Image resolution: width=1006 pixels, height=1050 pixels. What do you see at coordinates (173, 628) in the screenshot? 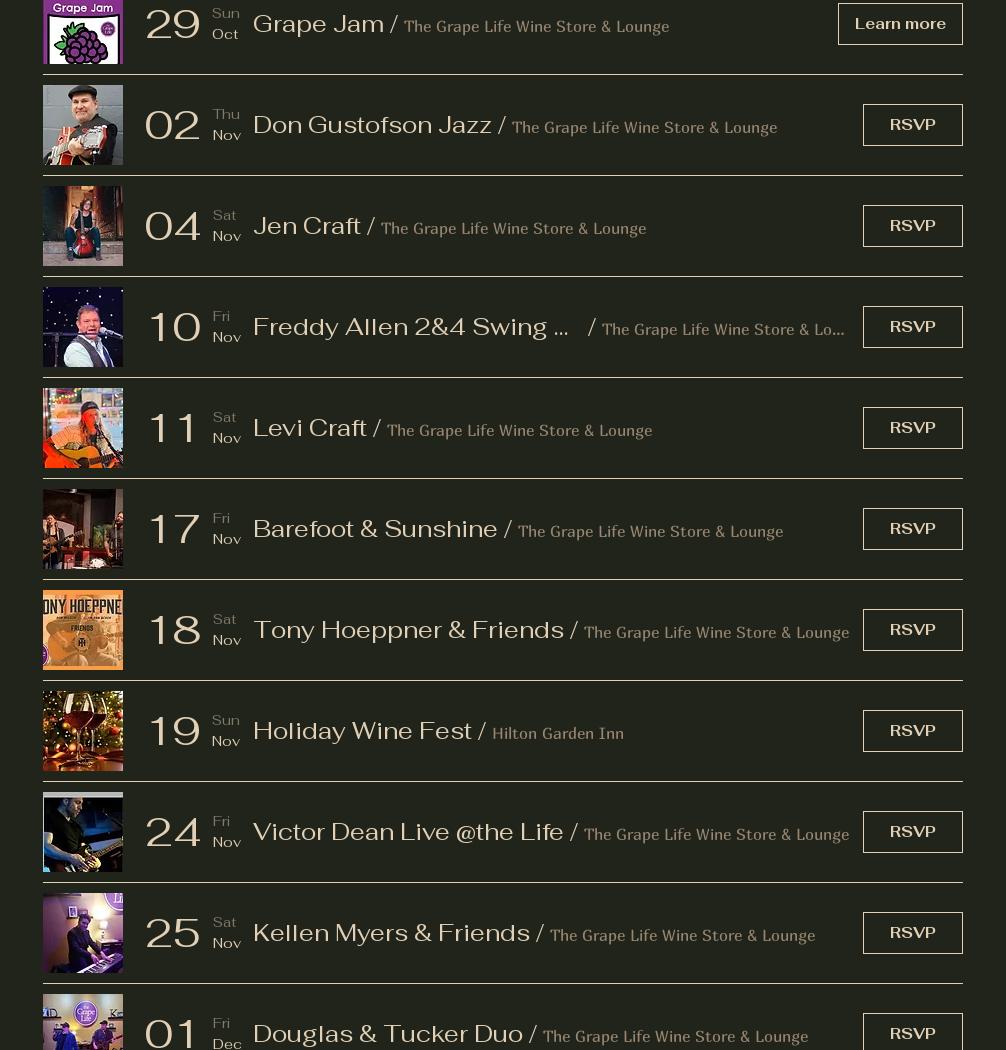
I see `'18'` at bounding box center [173, 628].